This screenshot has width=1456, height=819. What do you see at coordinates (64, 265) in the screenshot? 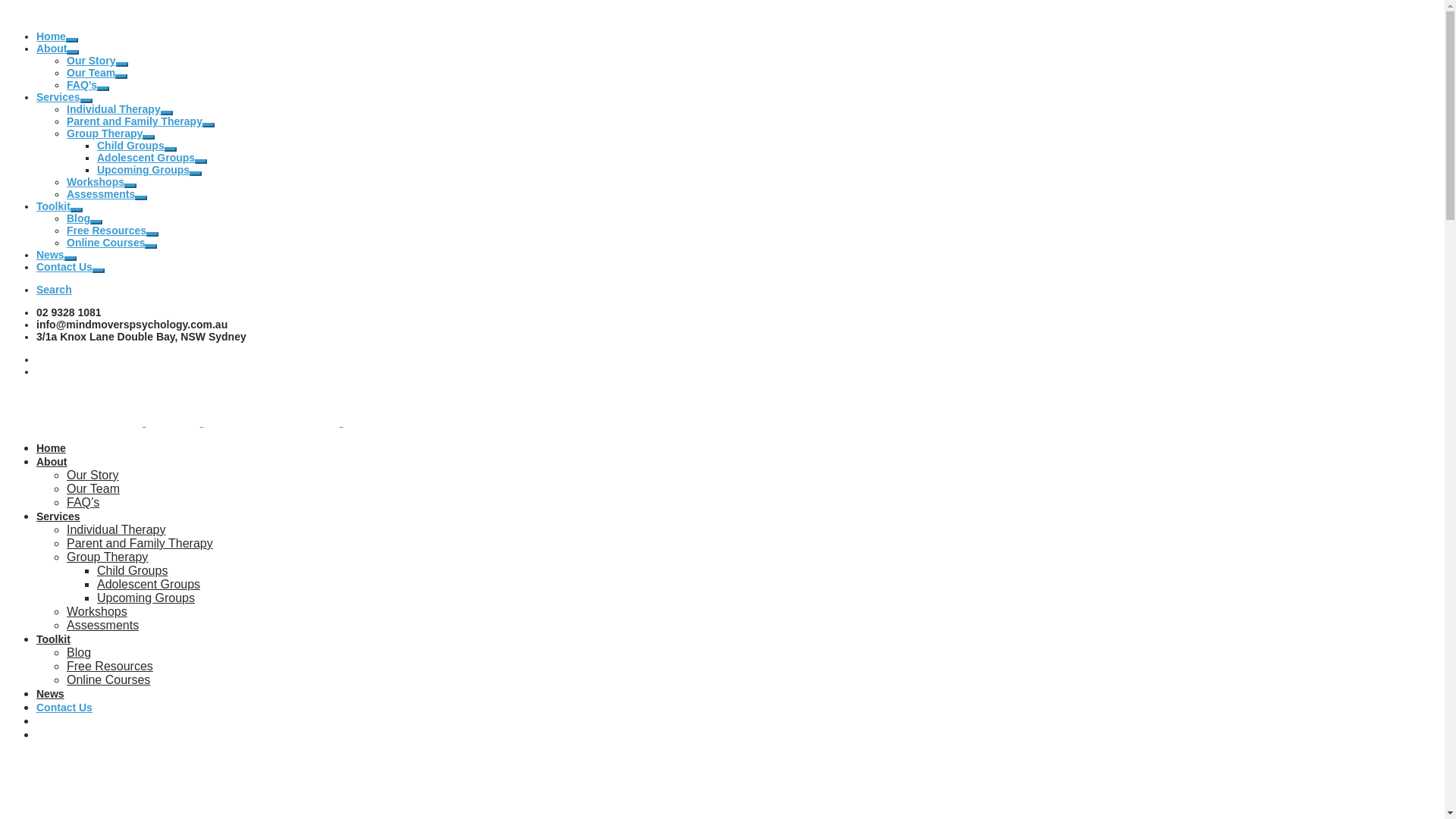
I see `'Contact Us'` at bounding box center [64, 265].